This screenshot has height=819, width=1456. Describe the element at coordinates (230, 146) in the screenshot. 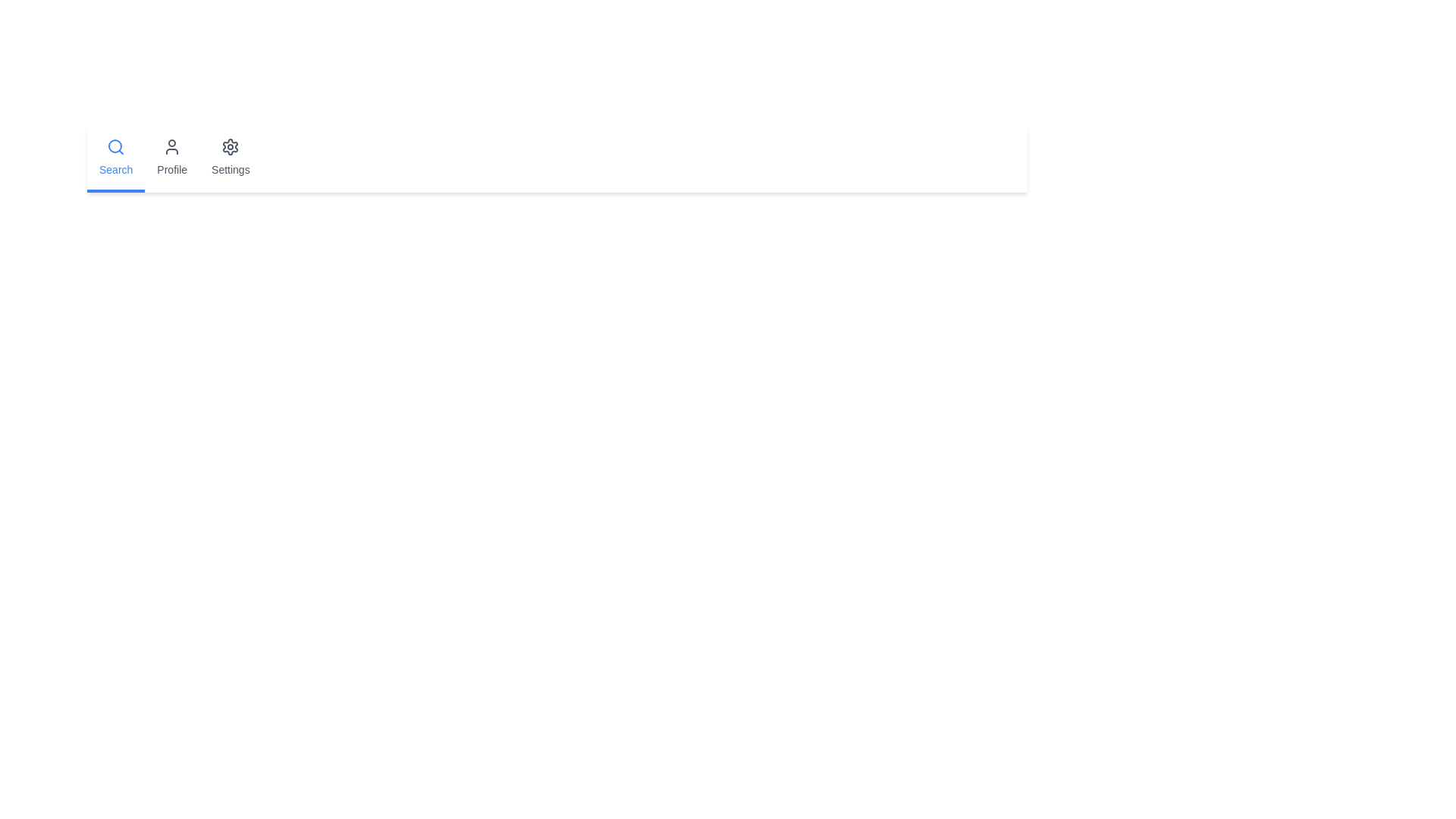

I see `the gear icon associated with settings, which features a cogwheel design and is located in the header between the Profile icon and the Settings label` at that location.